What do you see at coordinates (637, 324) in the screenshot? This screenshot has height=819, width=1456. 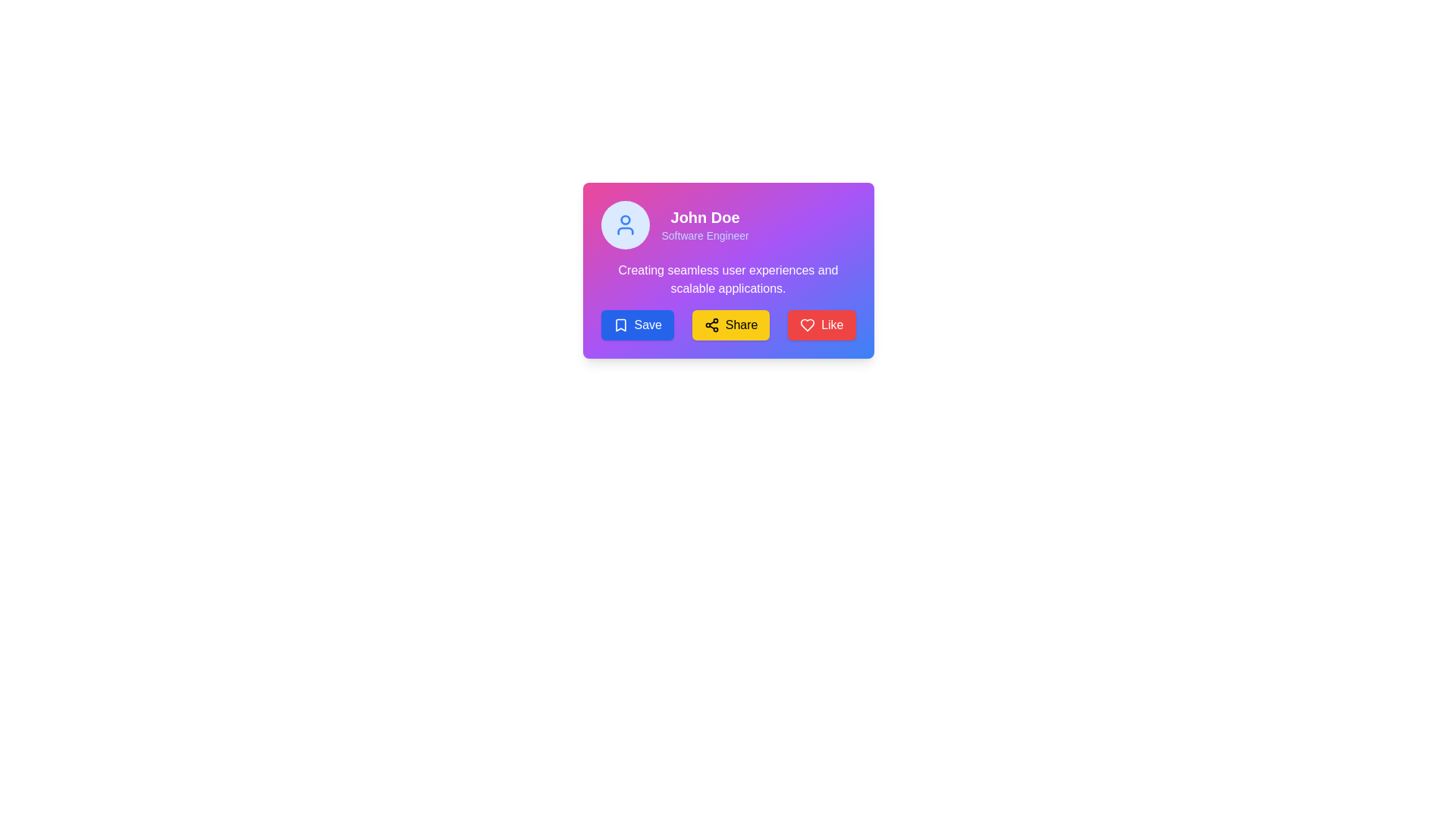 I see `the leftmost button in the horizontal group of three buttons at the bottom of the card interface` at bounding box center [637, 324].